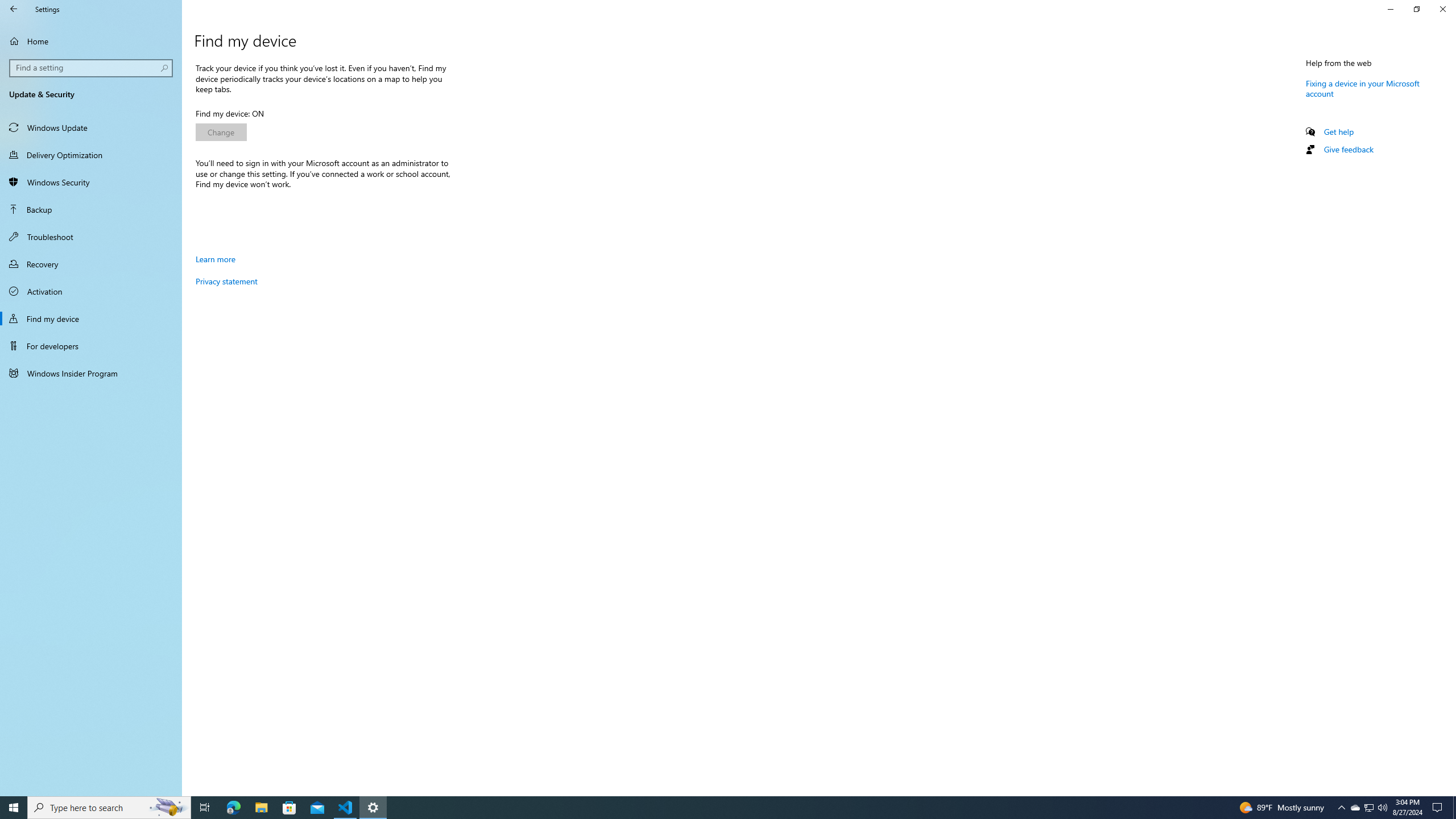 This screenshot has height=819, width=1456. What do you see at coordinates (90, 126) in the screenshot?
I see `'Windows Update'` at bounding box center [90, 126].